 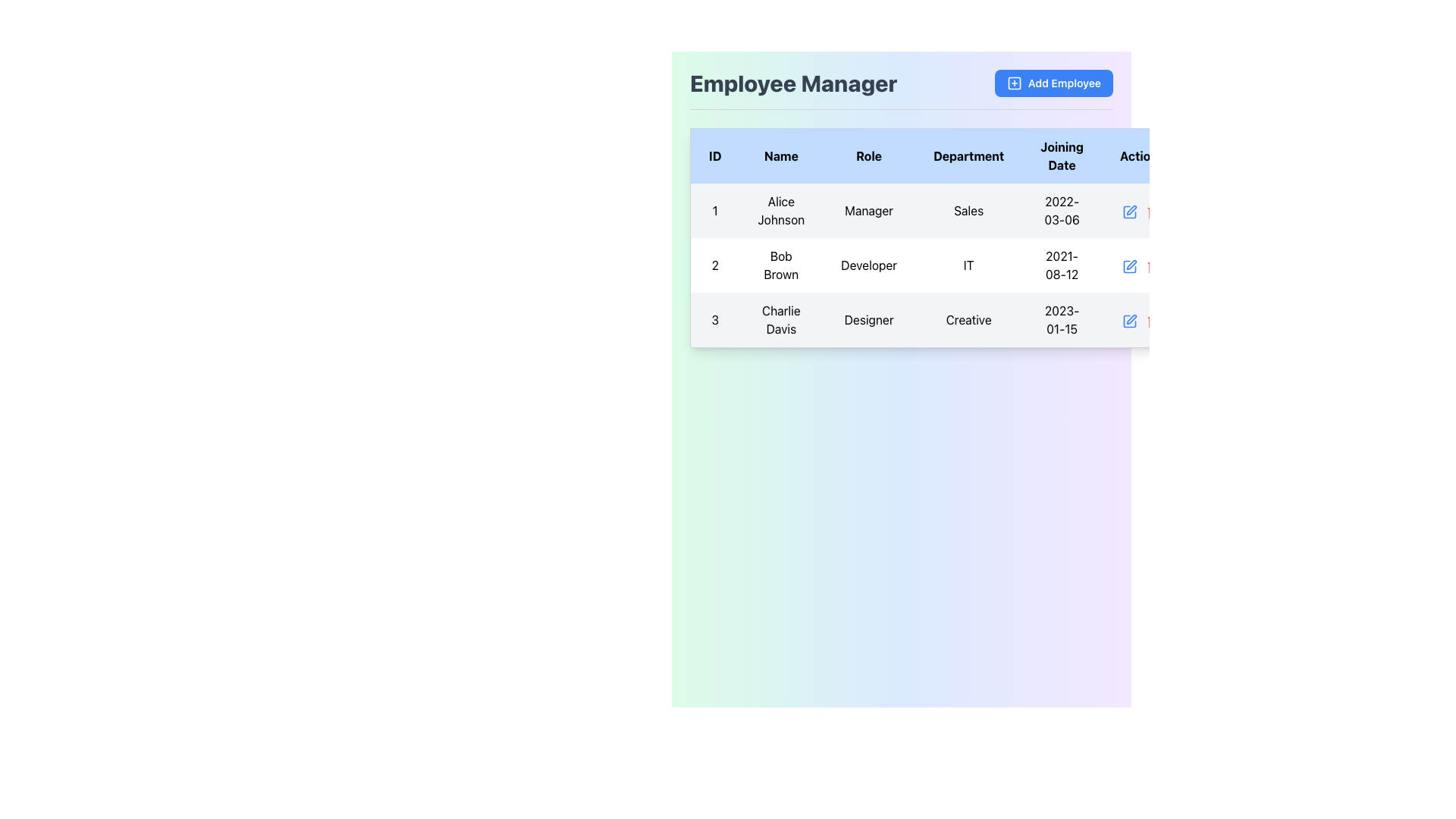 What do you see at coordinates (968, 319) in the screenshot?
I see `the text label displaying the department name 'Creative' for the employee 'Charlie Davis', which is located in the fourth cell of the row under the 'Department' column` at bounding box center [968, 319].